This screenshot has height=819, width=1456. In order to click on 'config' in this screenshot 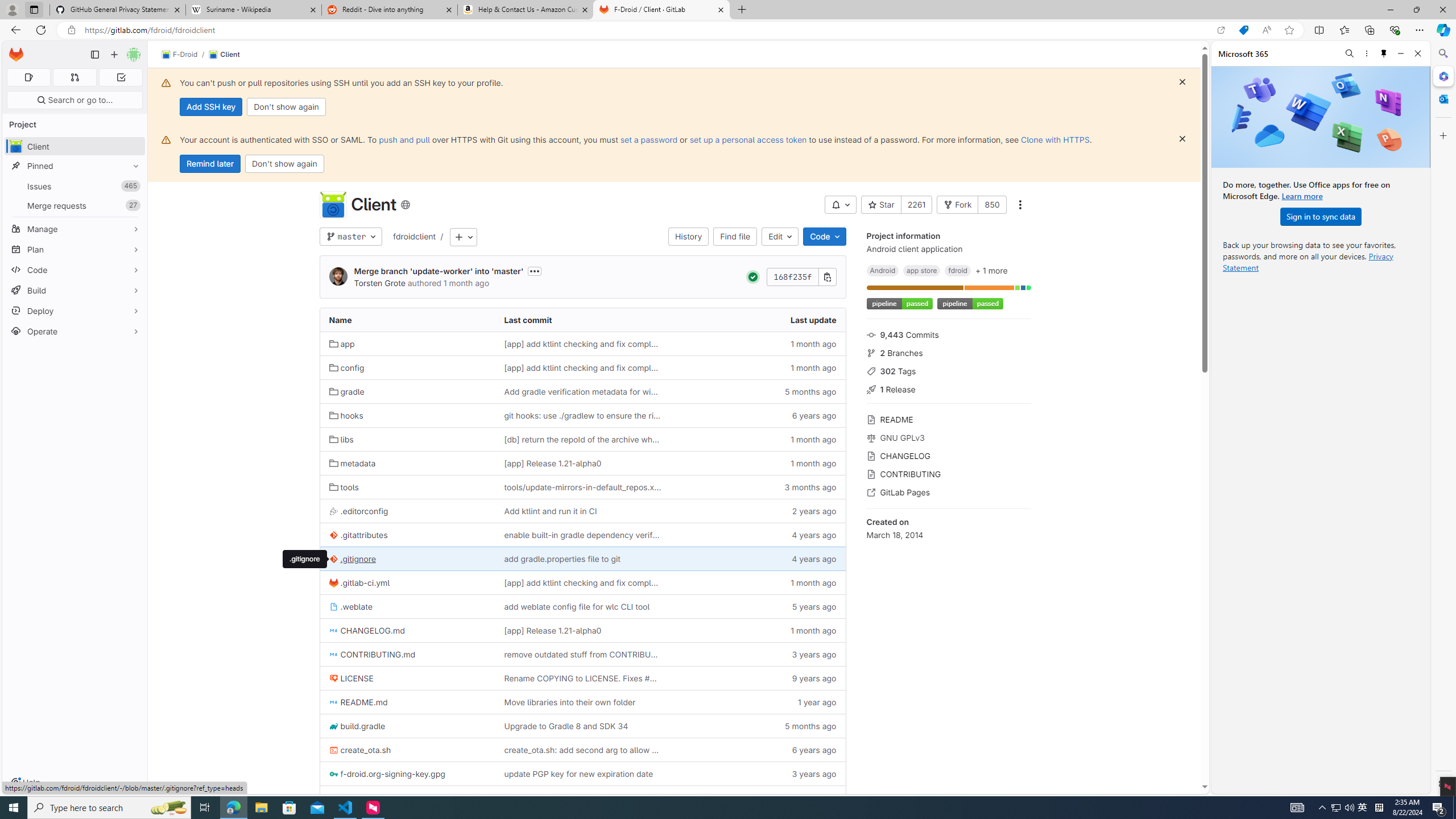, I will do `click(346, 368)`.